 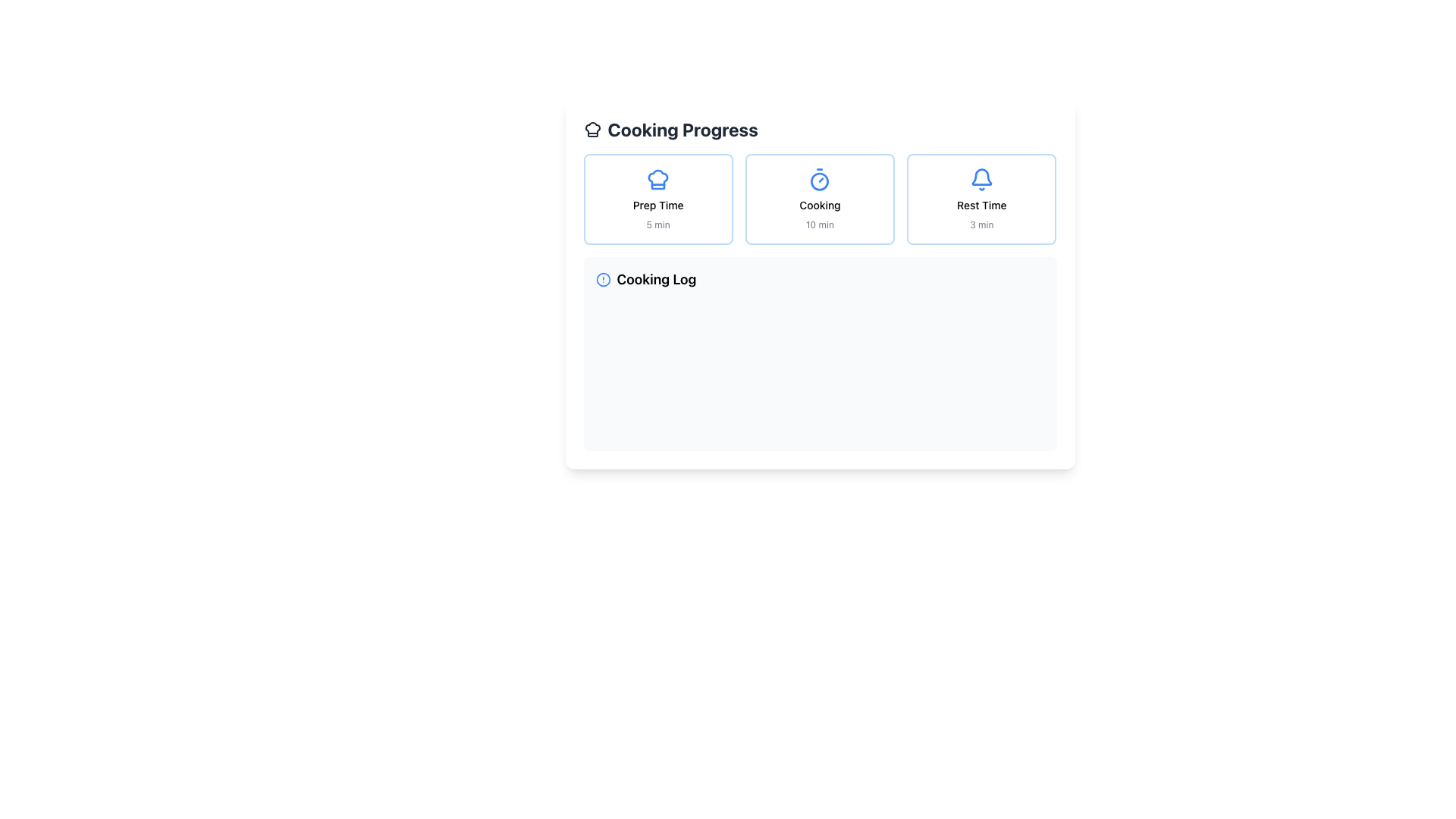 What do you see at coordinates (819, 205) in the screenshot?
I see `the 'Cooking' label, which is the second text label in a group of three, located below a timer icon and above '10 min'` at bounding box center [819, 205].